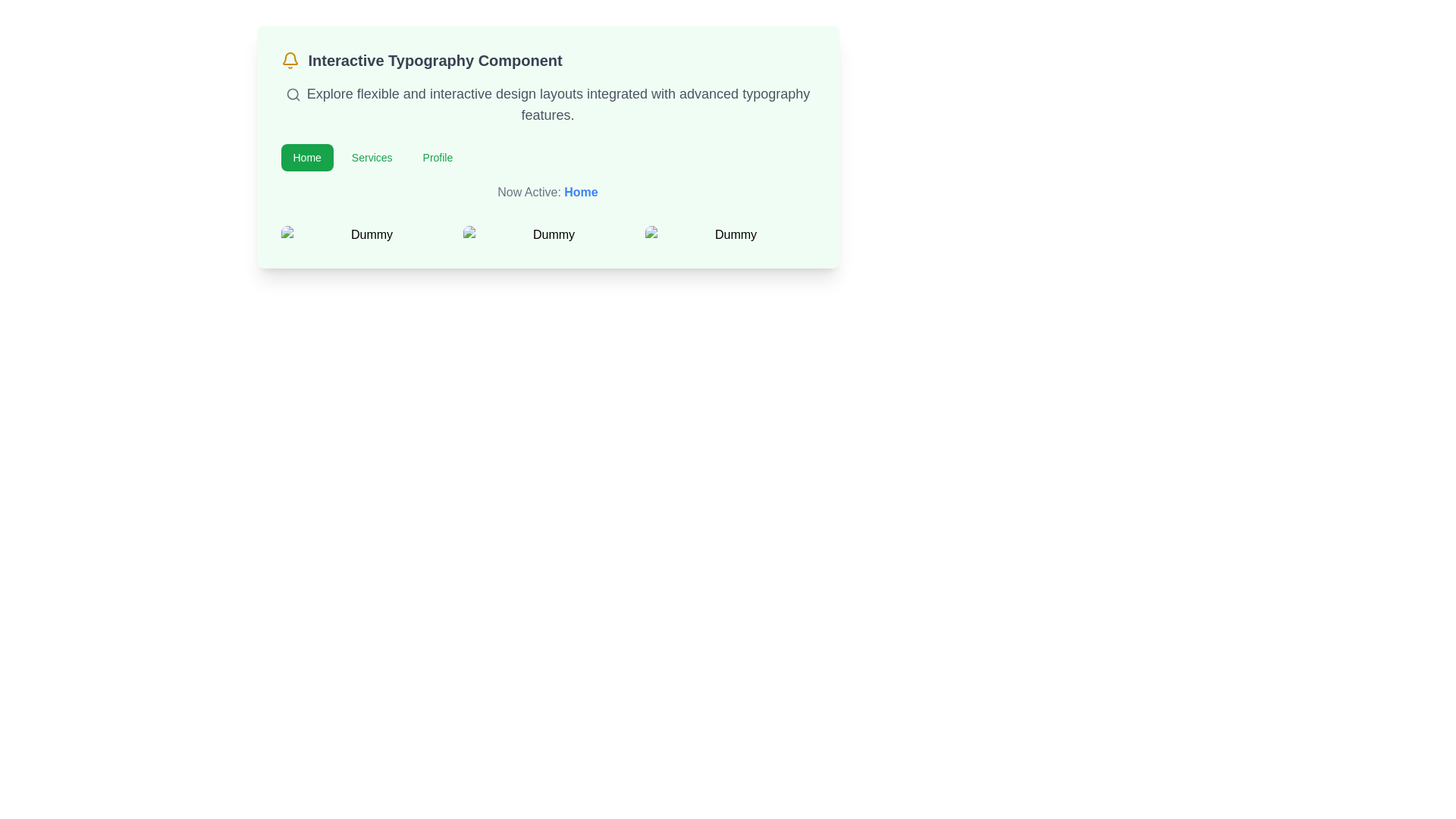 This screenshot has width=1456, height=819. What do you see at coordinates (547, 104) in the screenshot?
I see `the informational text element that introduces the features of the interface, which is located below the heading 'Interactive Typography Component'` at bounding box center [547, 104].